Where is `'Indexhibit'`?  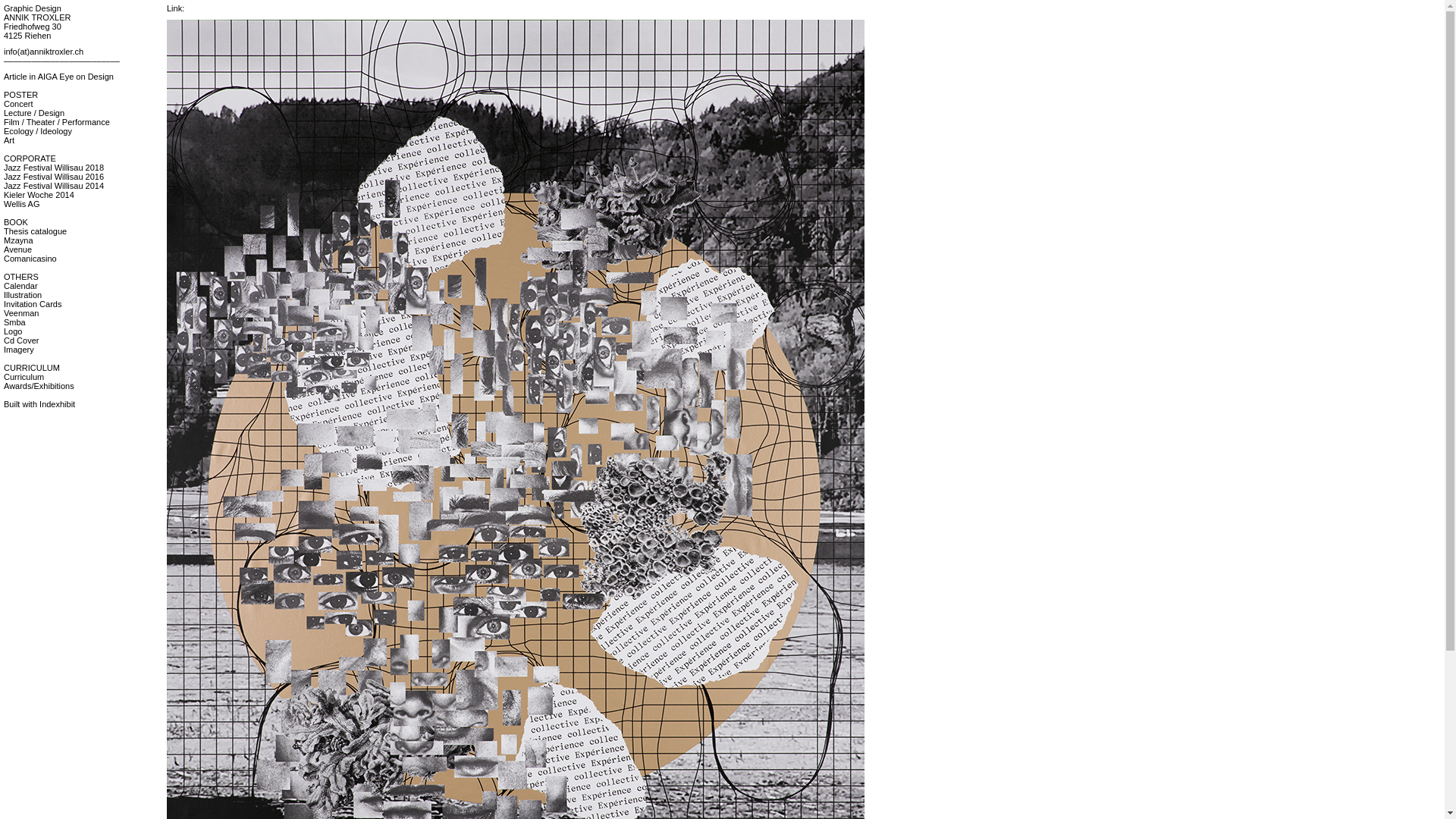 'Indexhibit' is located at coordinates (57, 403).